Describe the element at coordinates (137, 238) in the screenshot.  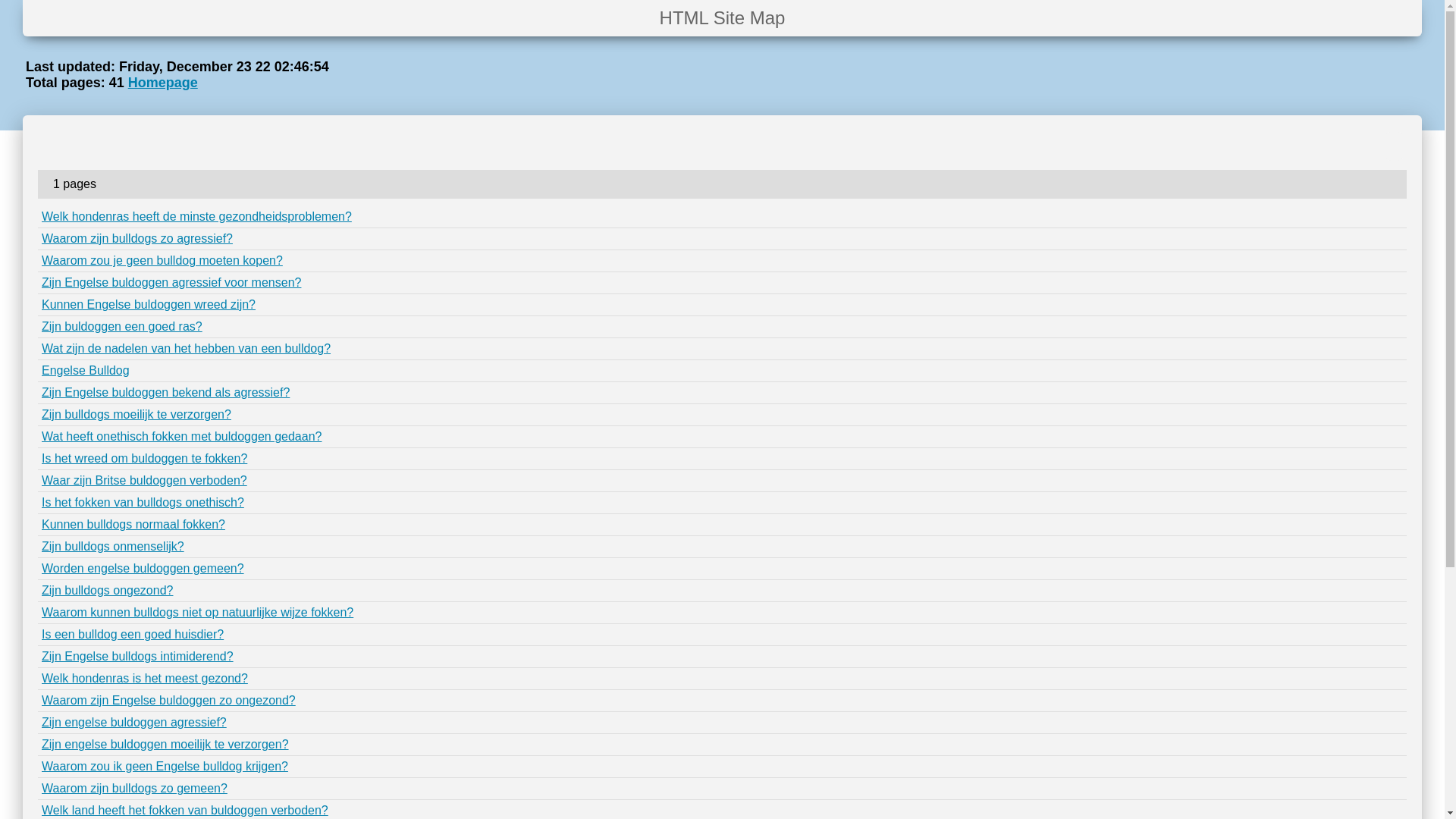
I see `'Waarom zijn bulldogs zo agressief?'` at that location.